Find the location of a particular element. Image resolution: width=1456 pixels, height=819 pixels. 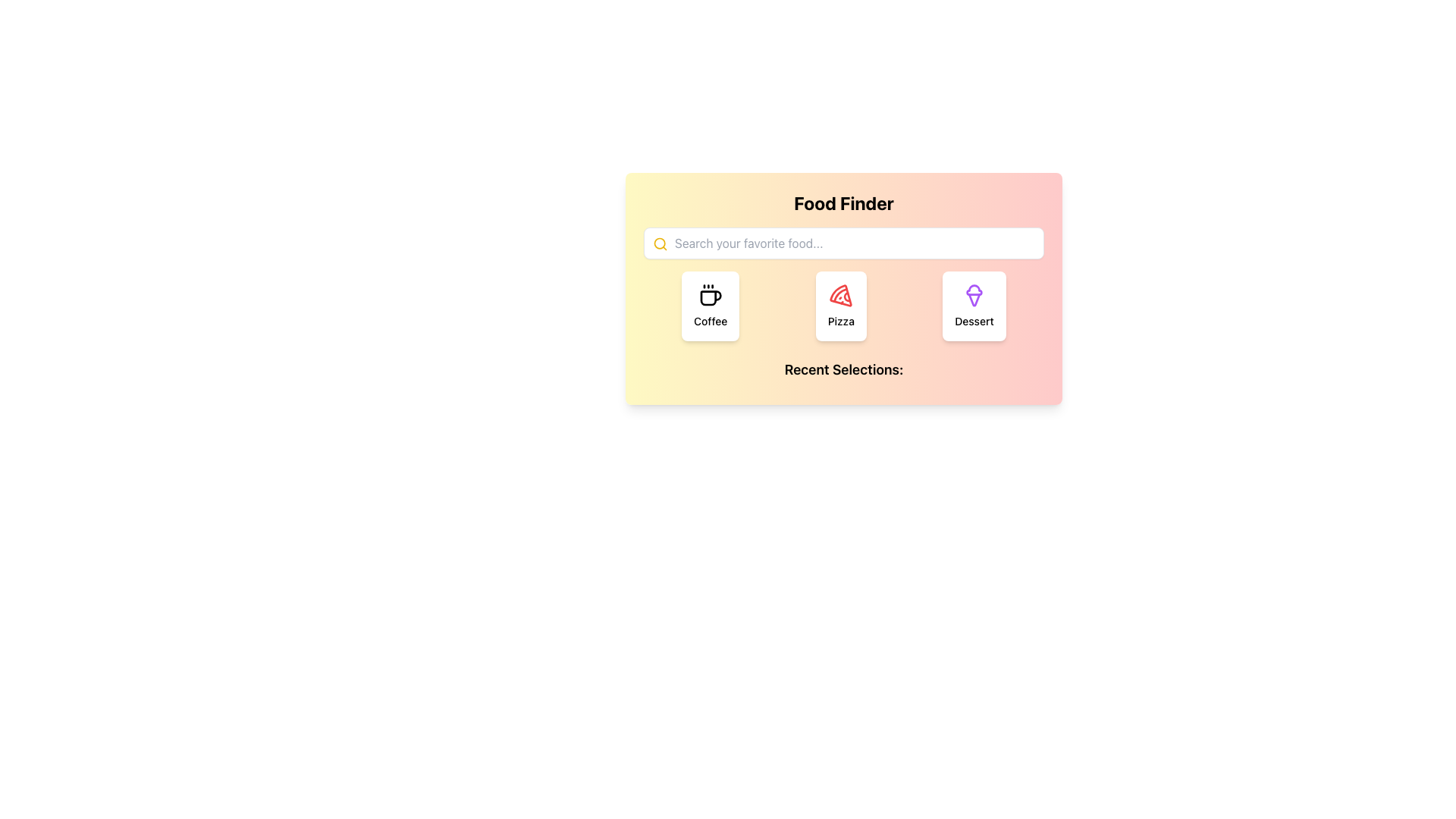

the button representing the desserts category, which is the third button in a horizontal alignment with 'Coffee' and 'Pizza', located far-right is located at coordinates (974, 306).